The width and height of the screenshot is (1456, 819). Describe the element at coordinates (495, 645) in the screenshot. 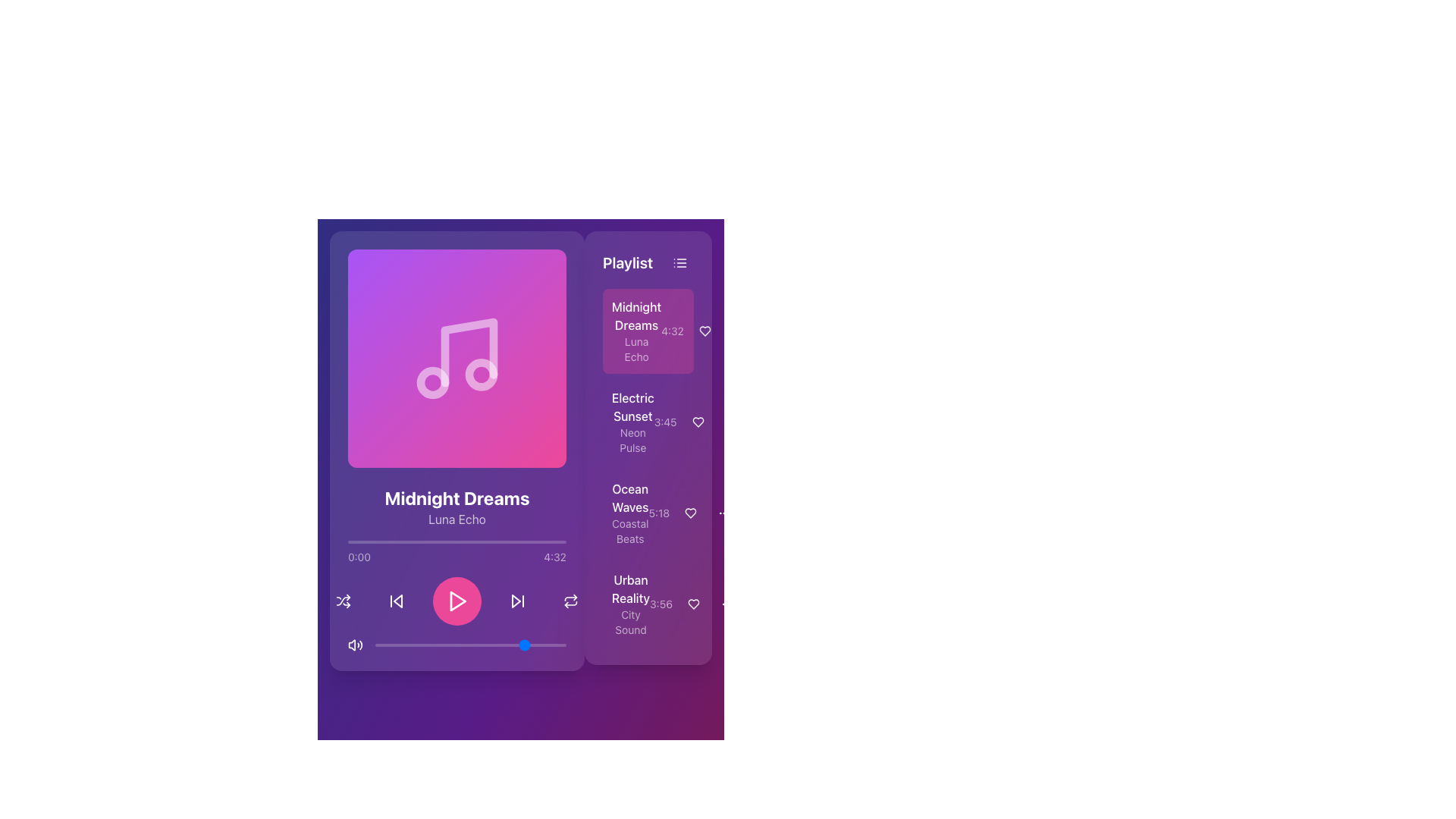

I see `the slider` at that location.